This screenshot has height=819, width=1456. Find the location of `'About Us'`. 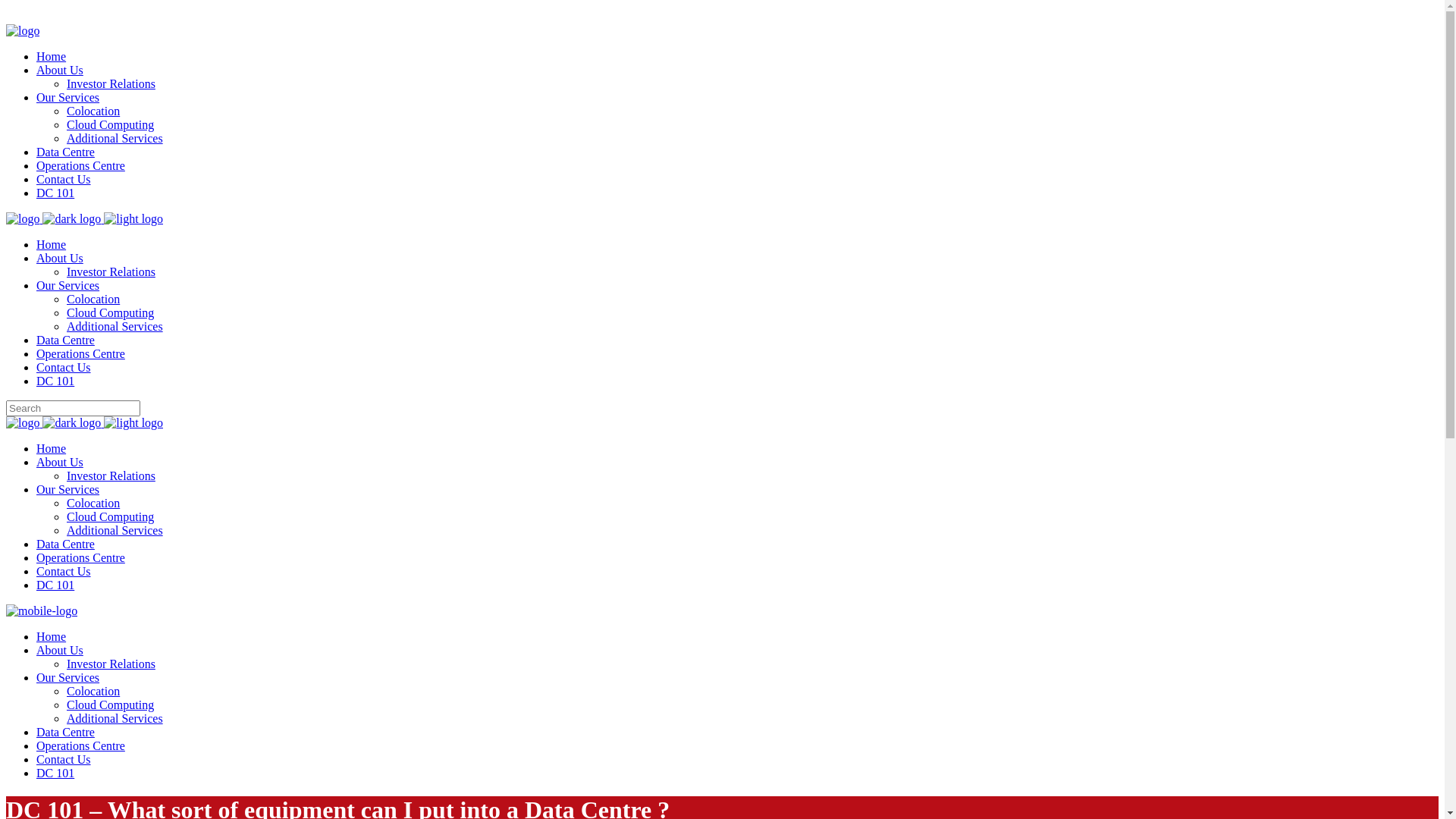

'About Us' is located at coordinates (59, 257).